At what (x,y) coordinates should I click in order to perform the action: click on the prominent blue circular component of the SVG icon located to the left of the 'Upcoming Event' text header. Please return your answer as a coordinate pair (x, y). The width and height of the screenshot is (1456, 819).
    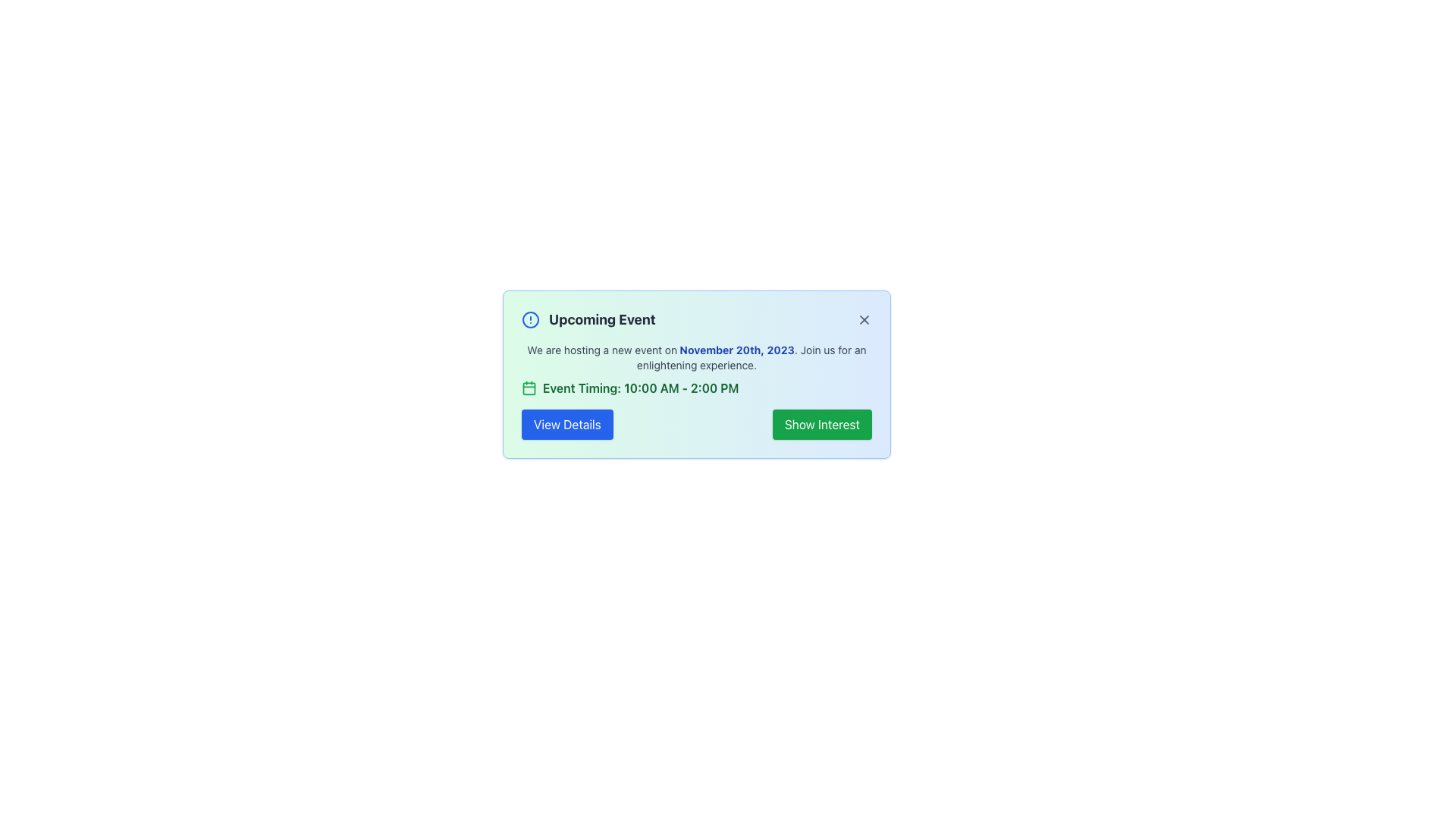
    Looking at the image, I should click on (531, 318).